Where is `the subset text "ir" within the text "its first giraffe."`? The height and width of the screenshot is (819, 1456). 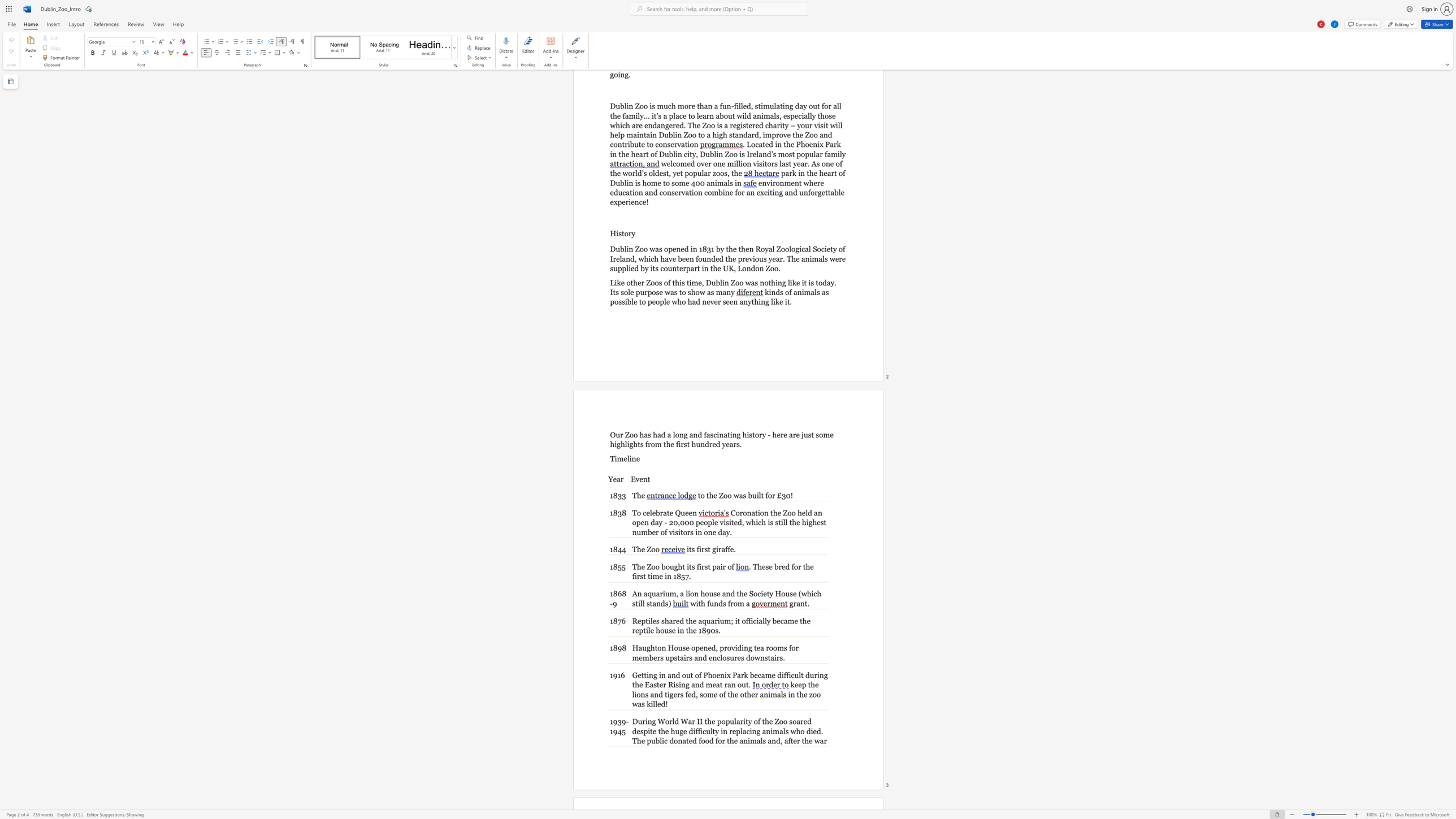
the subset text "ir" within the text "its first giraffe." is located at coordinates (715, 549).